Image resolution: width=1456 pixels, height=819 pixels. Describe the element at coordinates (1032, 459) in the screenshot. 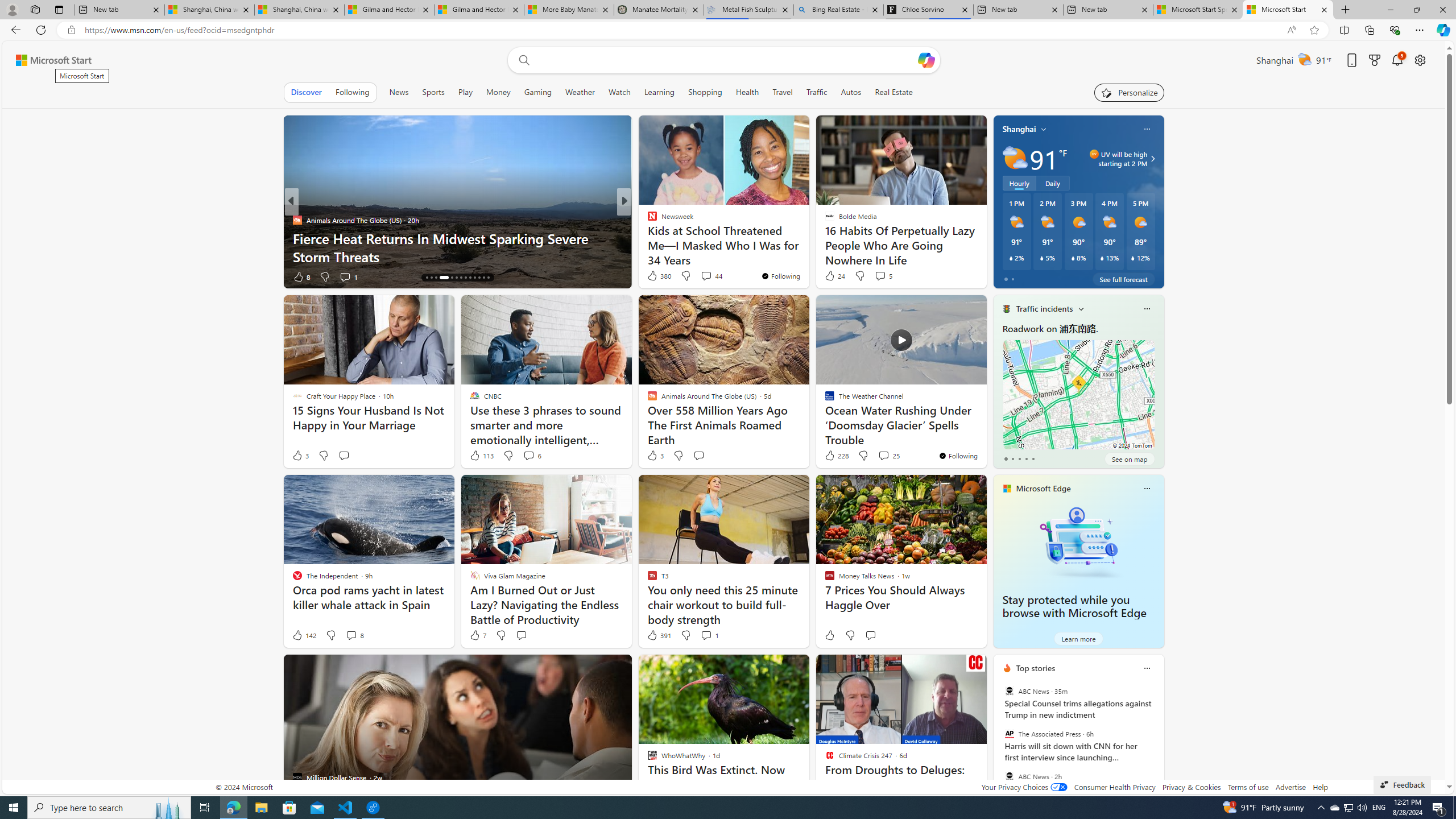

I see `'tab-4'` at that location.